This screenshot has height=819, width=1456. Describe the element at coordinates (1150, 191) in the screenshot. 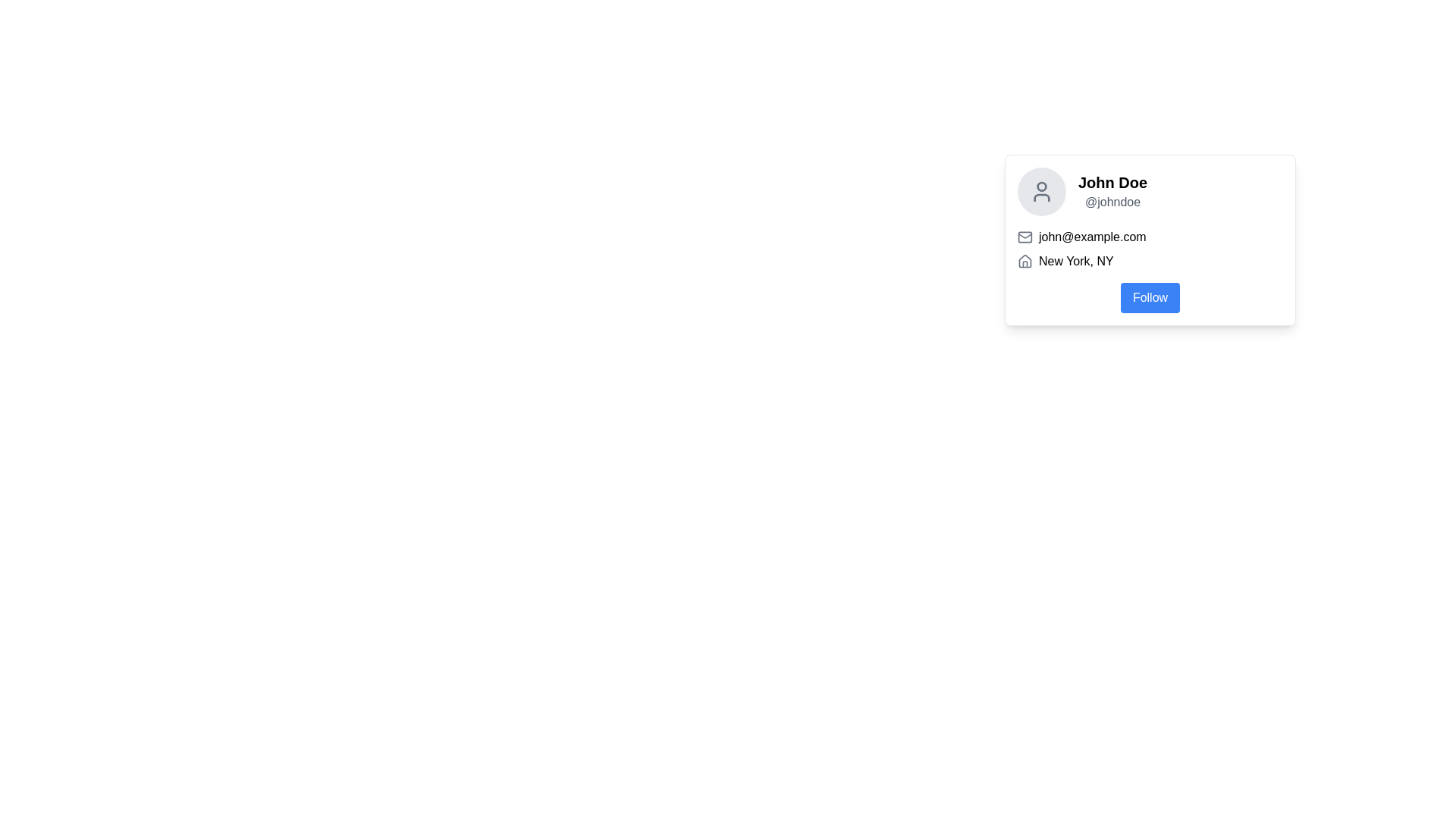

I see `name and handle information from the profile card's user name and handle display, which is located in the top section of the profile card, above the email and location information` at that location.